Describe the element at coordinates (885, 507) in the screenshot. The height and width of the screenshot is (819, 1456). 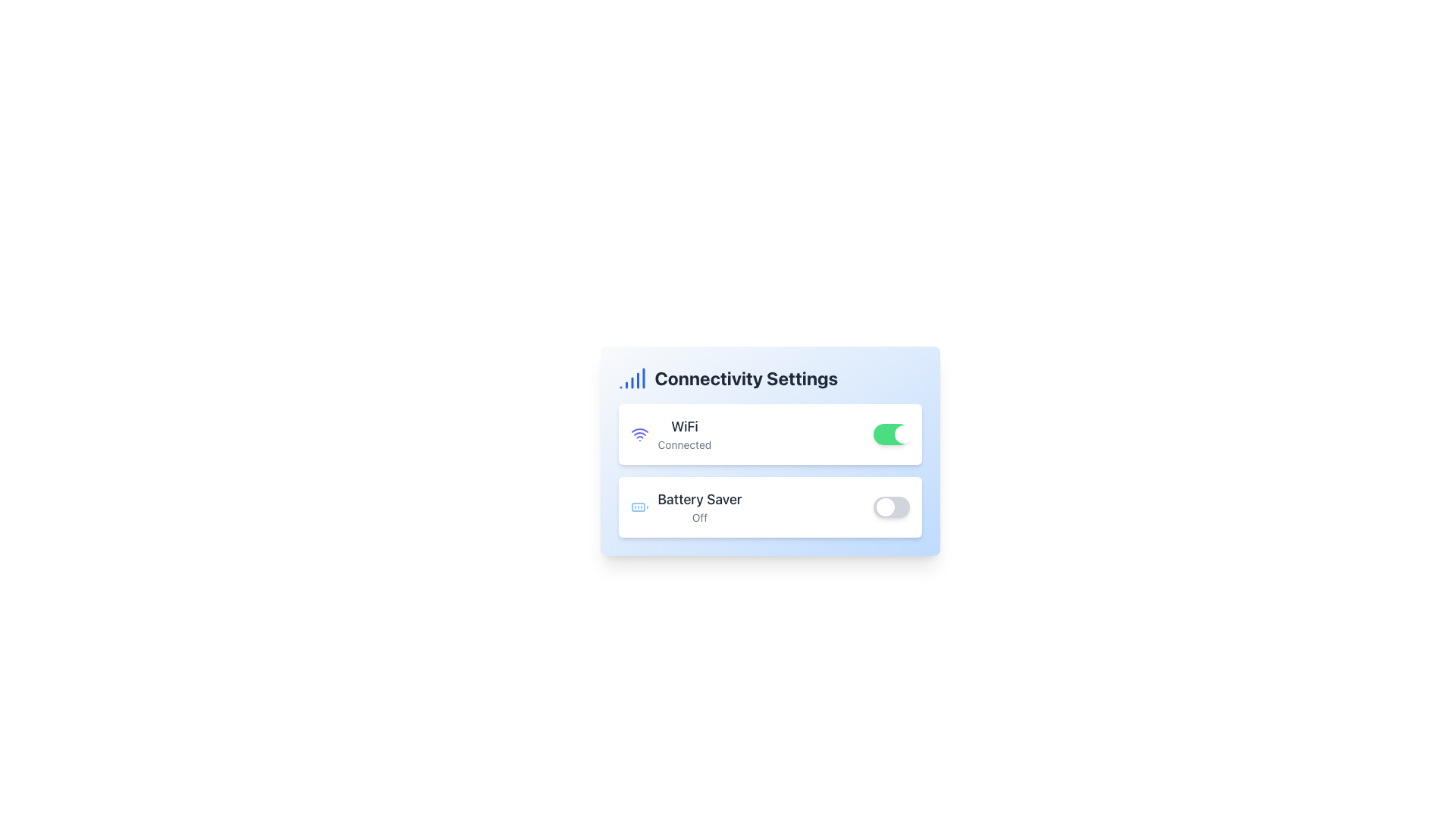
I see `the circular toggle switch handle, which is styled as a white button with rounded borders` at that location.